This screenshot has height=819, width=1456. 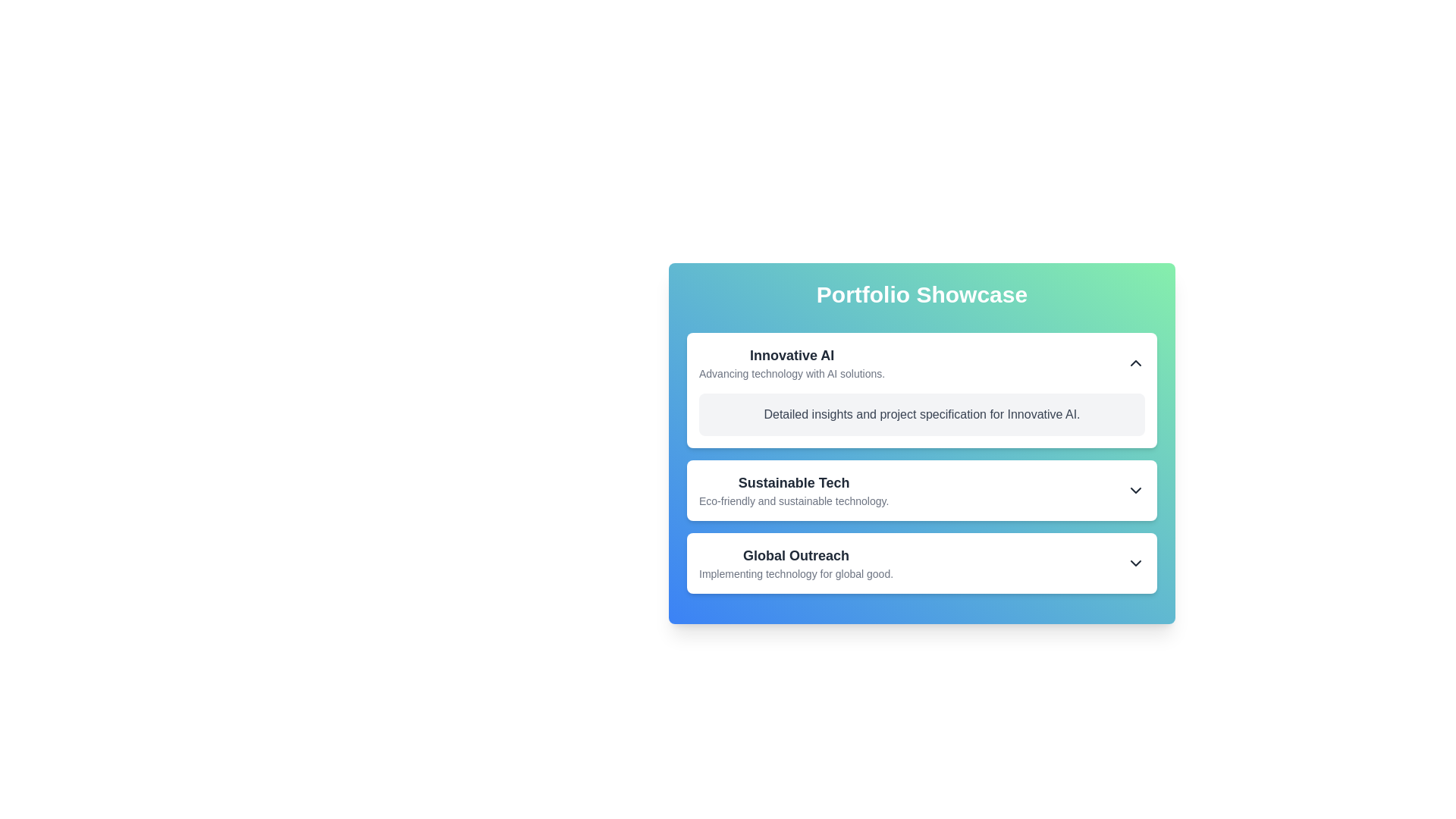 What do you see at coordinates (791, 362) in the screenshot?
I see `the content of the Text block that serves as a header and summary for the section related to 'Innovative AI', positioned under 'Portfolio Showcase'` at bounding box center [791, 362].